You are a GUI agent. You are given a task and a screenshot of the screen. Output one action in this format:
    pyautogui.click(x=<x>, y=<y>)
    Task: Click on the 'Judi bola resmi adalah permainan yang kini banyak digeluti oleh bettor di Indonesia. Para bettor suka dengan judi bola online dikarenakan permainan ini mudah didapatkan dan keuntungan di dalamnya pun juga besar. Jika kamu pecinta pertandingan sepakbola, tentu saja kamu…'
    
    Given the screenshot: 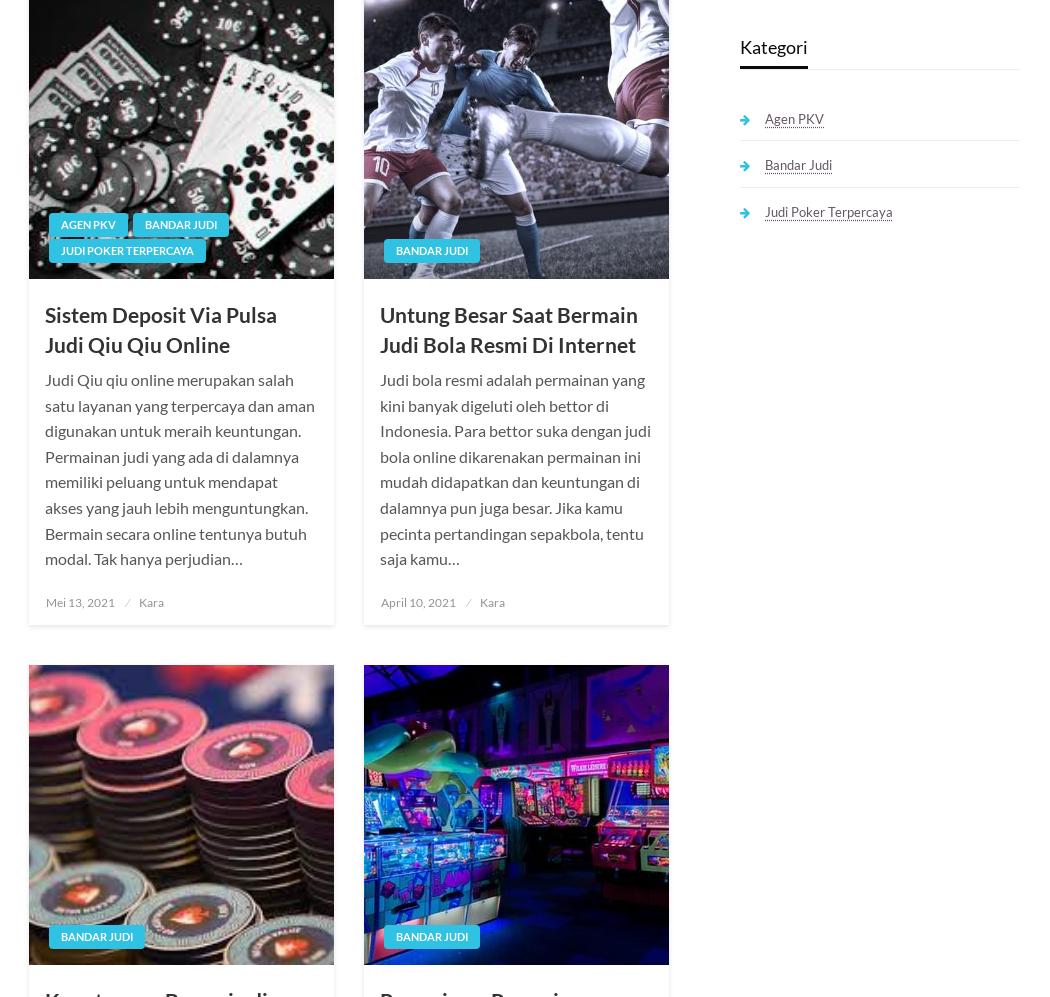 What is the action you would take?
    pyautogui.click(x=514, y=468)
    